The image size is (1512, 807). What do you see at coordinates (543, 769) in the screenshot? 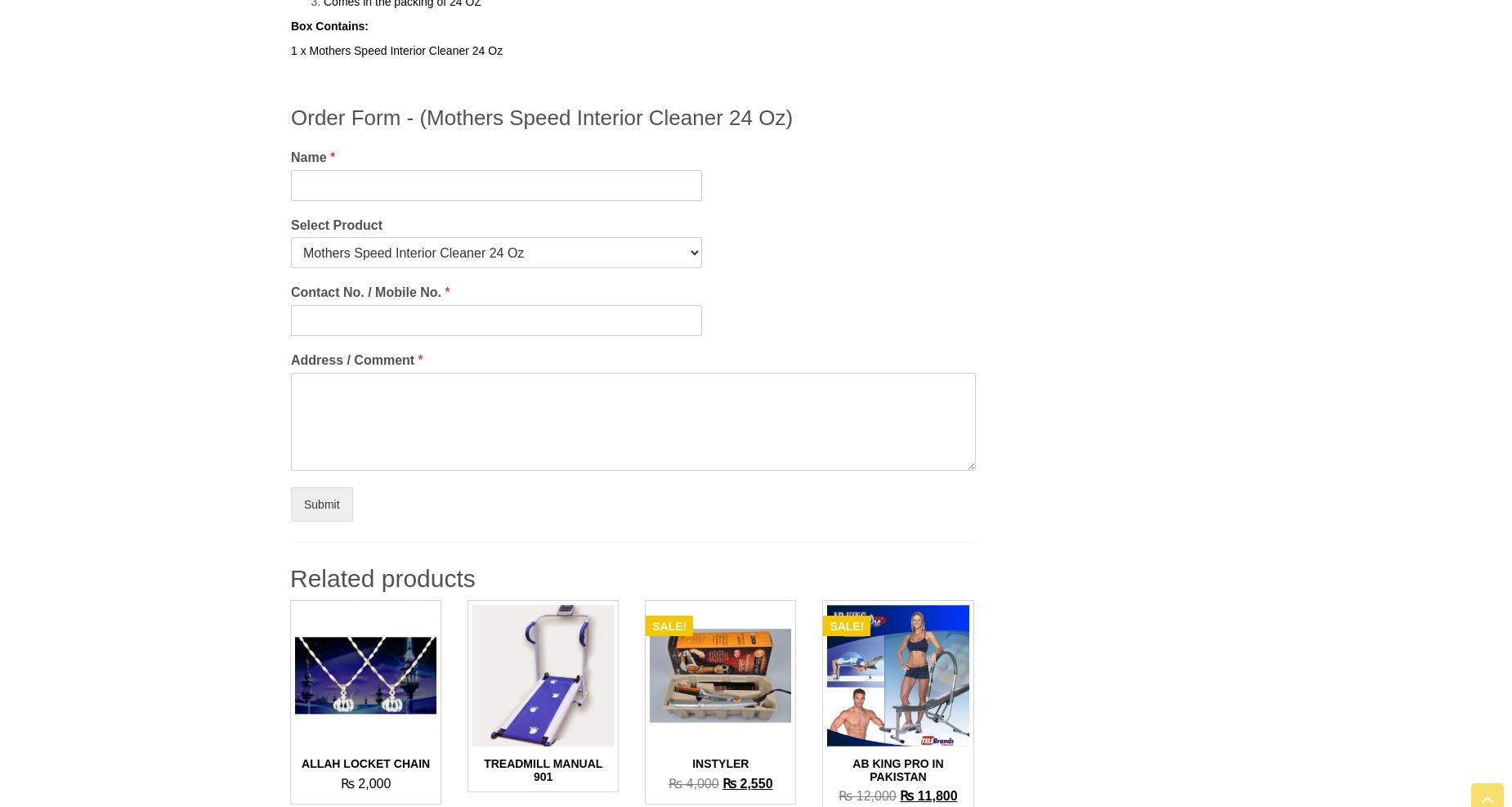
I see `'Treadmill Manual 901'` at bounding box center [543, 769].